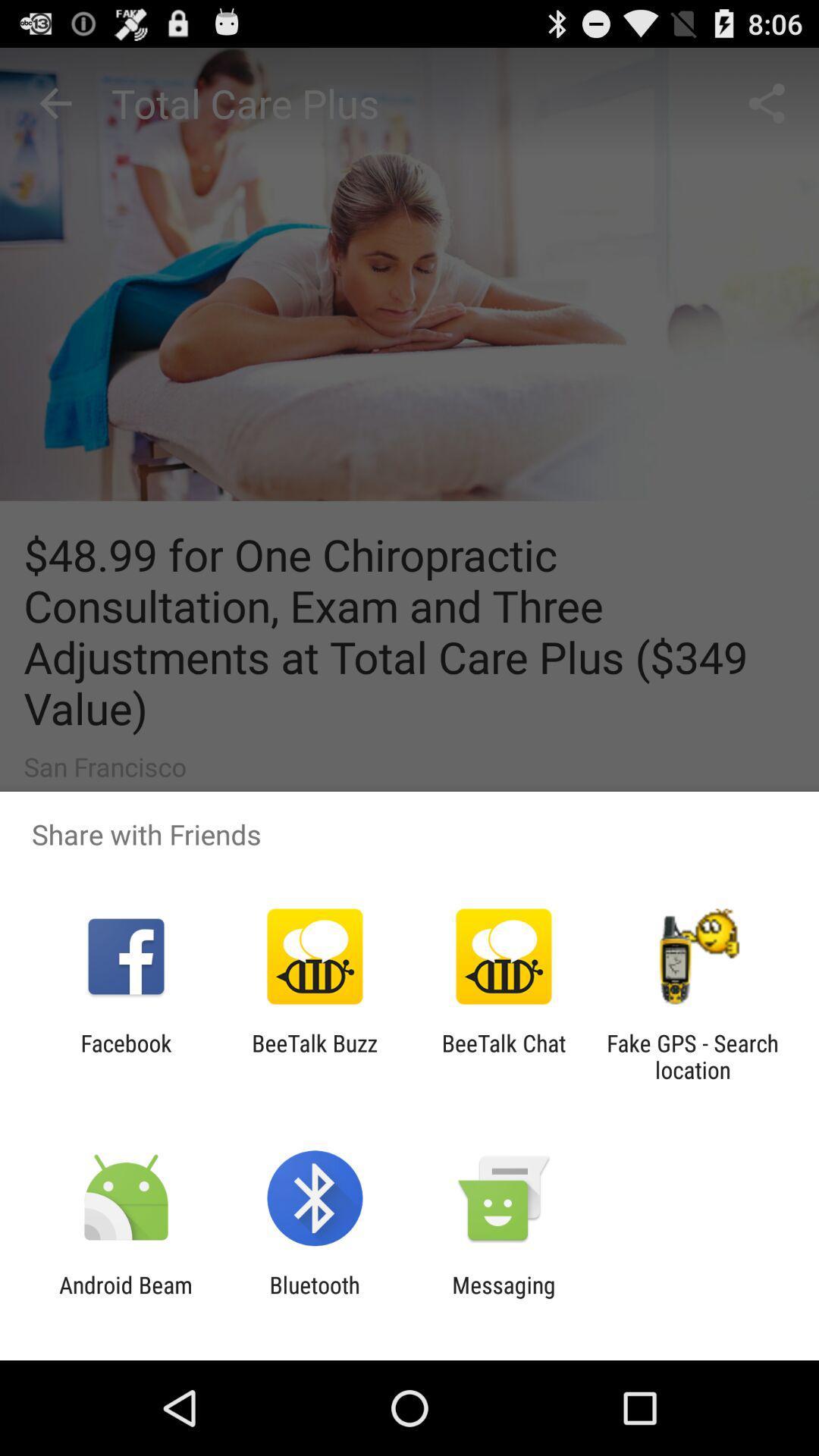 The image size is (819, 1456). What do you see at coordinates (504, 1056) in the screenshot?
I see `the app to the left of the fake gps search item` at bounding box center [504, 1056].